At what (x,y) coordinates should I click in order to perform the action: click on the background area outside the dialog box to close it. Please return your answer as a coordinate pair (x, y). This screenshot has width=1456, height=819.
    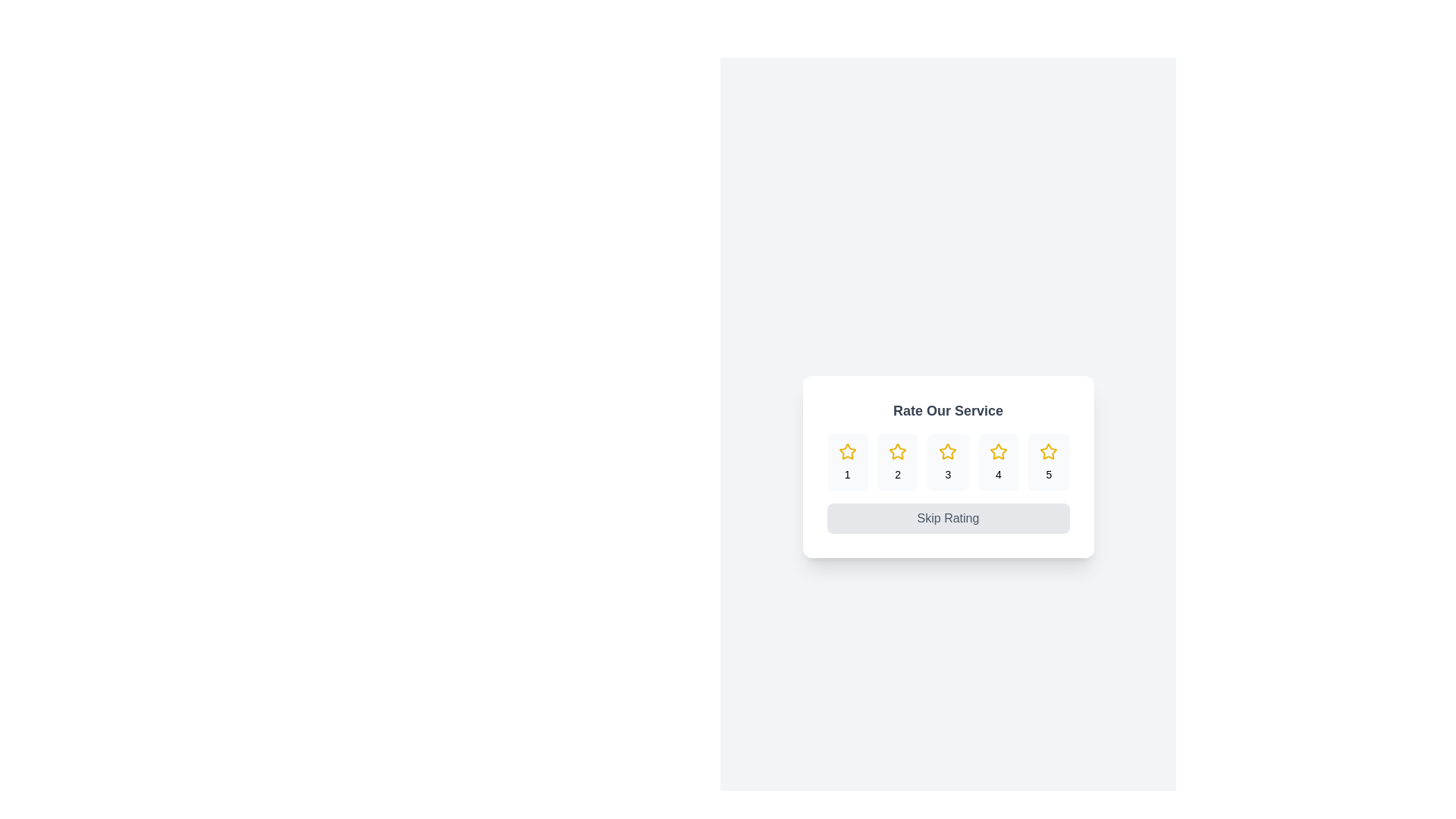
    Looking at the image, I should click on (607, 76).